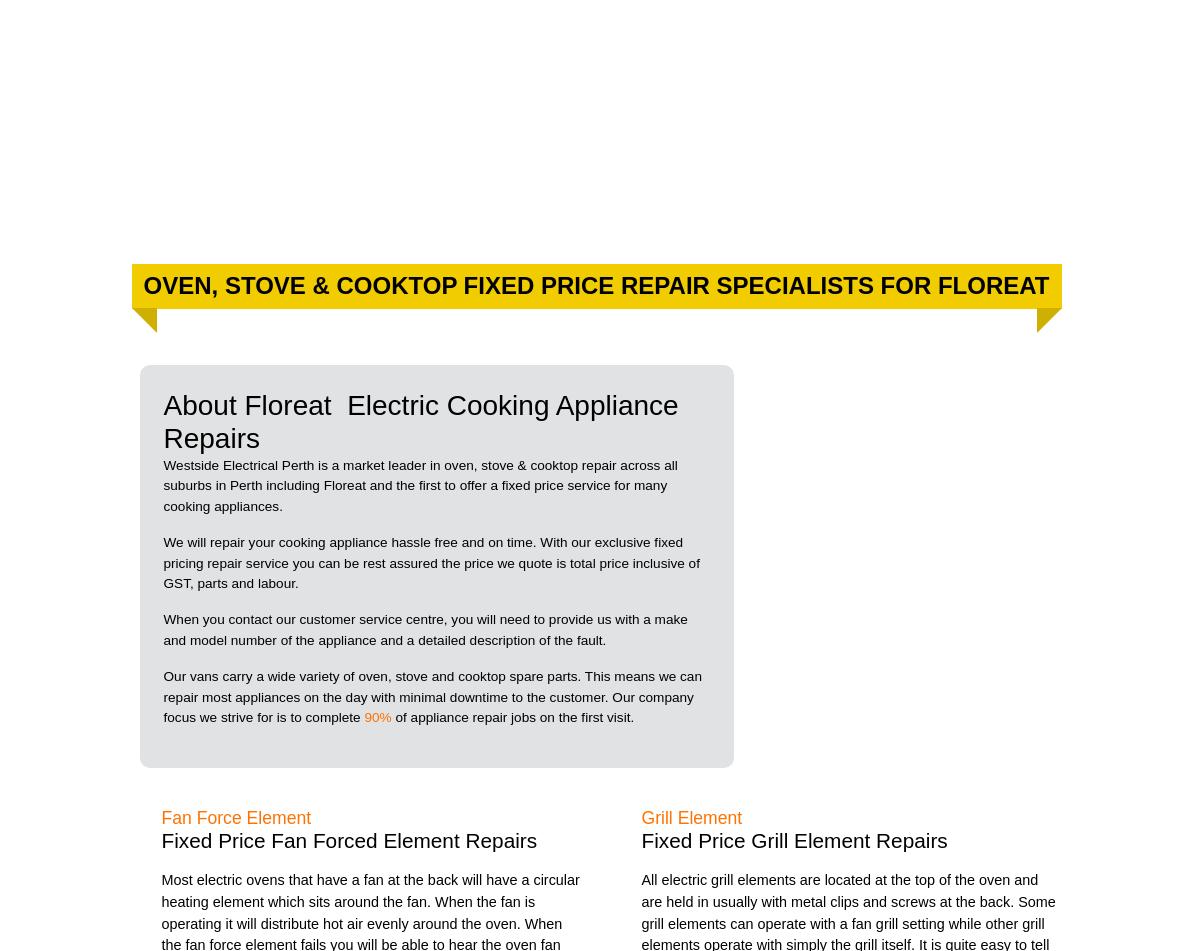  What do you see at coordinates (235, 816) in the screenshot?
I see `'Fan Force Element'` at bounding box center [235, 816].